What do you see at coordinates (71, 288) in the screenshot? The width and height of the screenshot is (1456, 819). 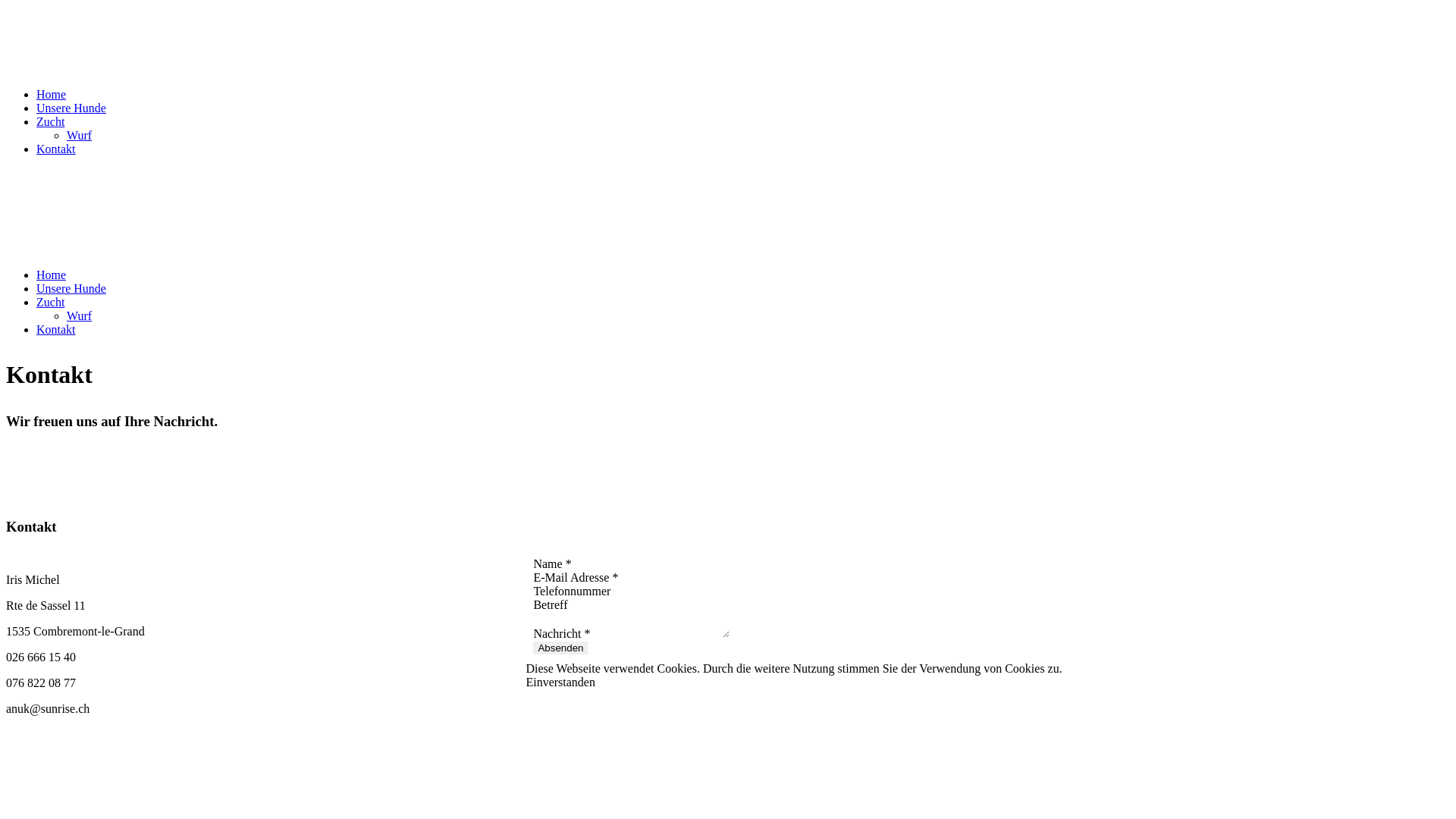 I see `'Unsere Hunde'` at bounding box center [71, 288].